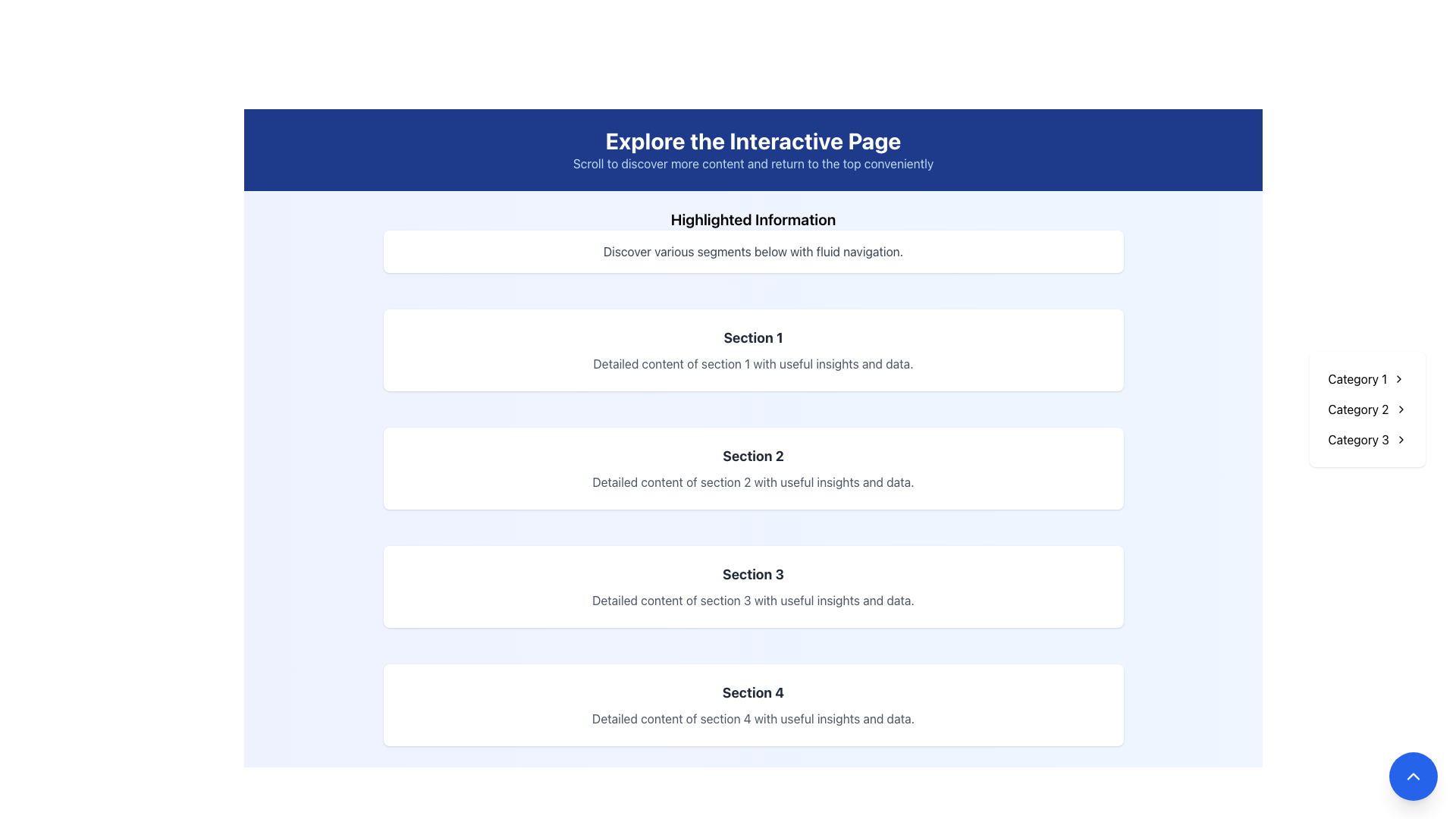  I want to click on text label that contains 'Detailed content of section 4 with useful insights and data.' which is styled in gray and positioned below the 'Section 4' header, so click(753, 718).